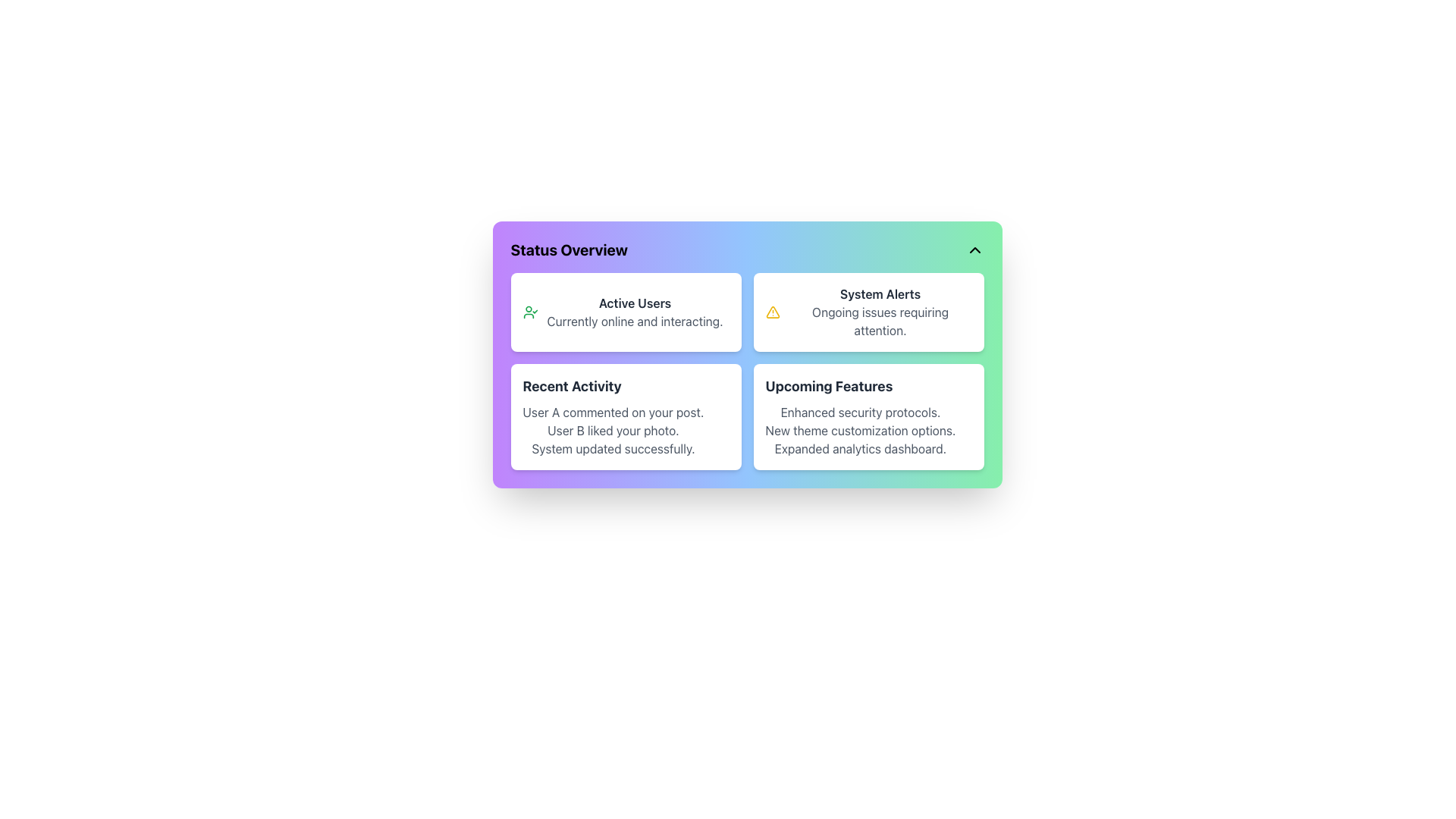 This screenshot has height=819, width=1456. What do you see at coordinates (860, 430) in the screenshot?
I see `the Text Block containing the phrases 'Enhanced security protocols.', 'New theme customization options.', and 'Expanded analytics dashboard.' located within the 'Upcoming Features' card in the bottom-right quadrant` at bounding box center [860, 430].